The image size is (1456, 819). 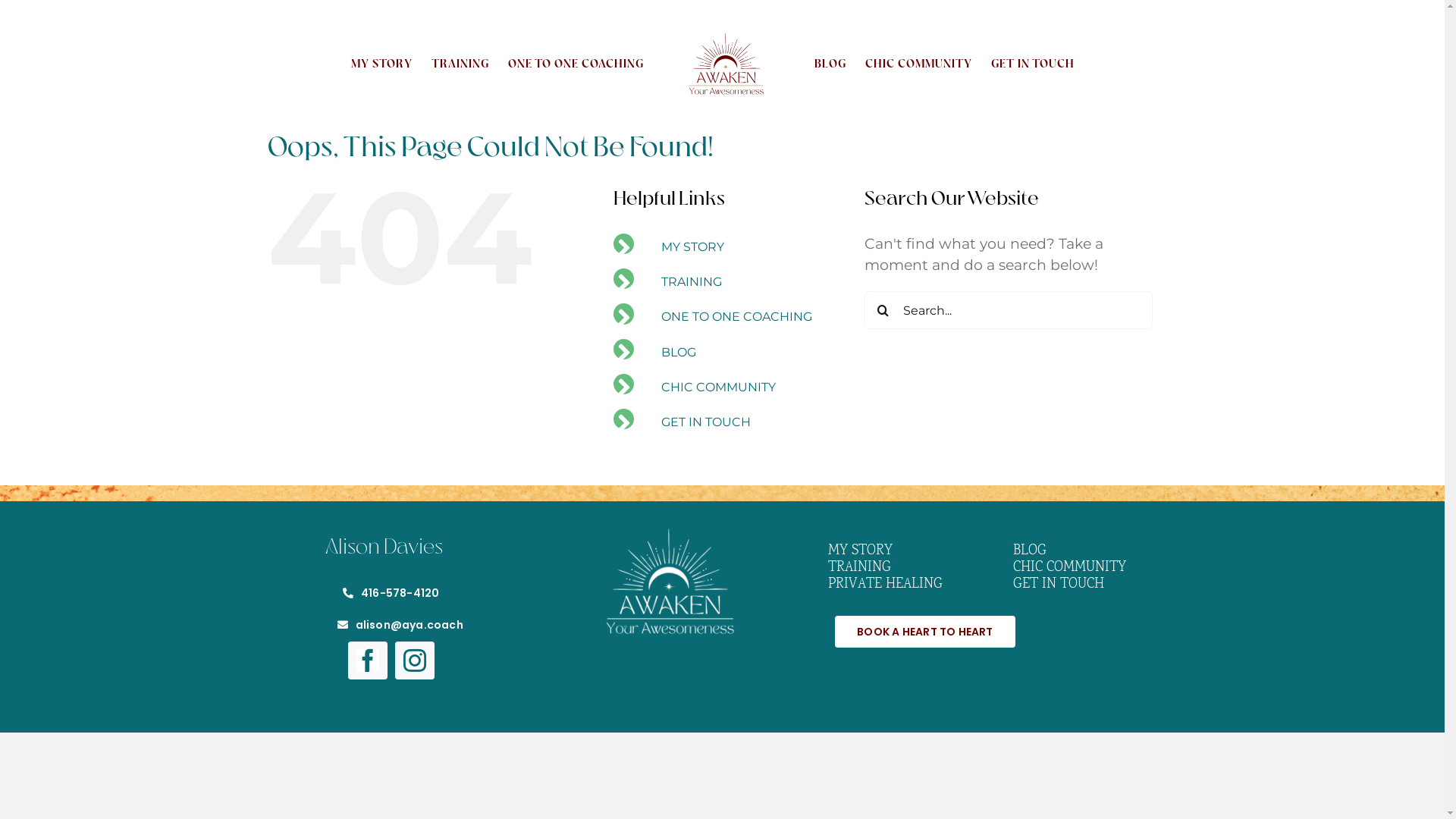 I want to click on 'GET IN TOUCH', so click(x=1032, y=61).